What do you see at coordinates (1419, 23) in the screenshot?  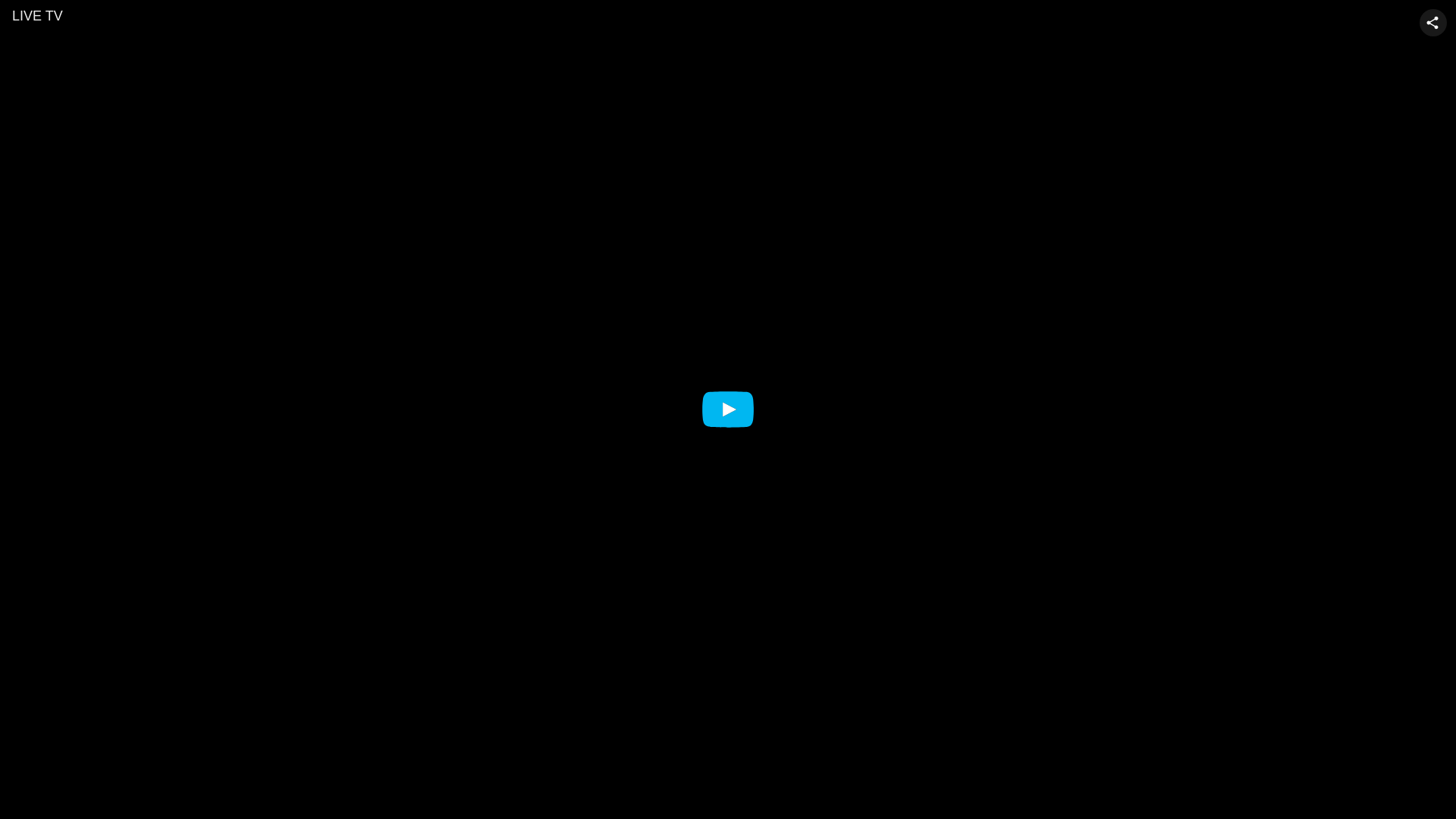 I see `'Share video'` at bounding box center [1419, 23].